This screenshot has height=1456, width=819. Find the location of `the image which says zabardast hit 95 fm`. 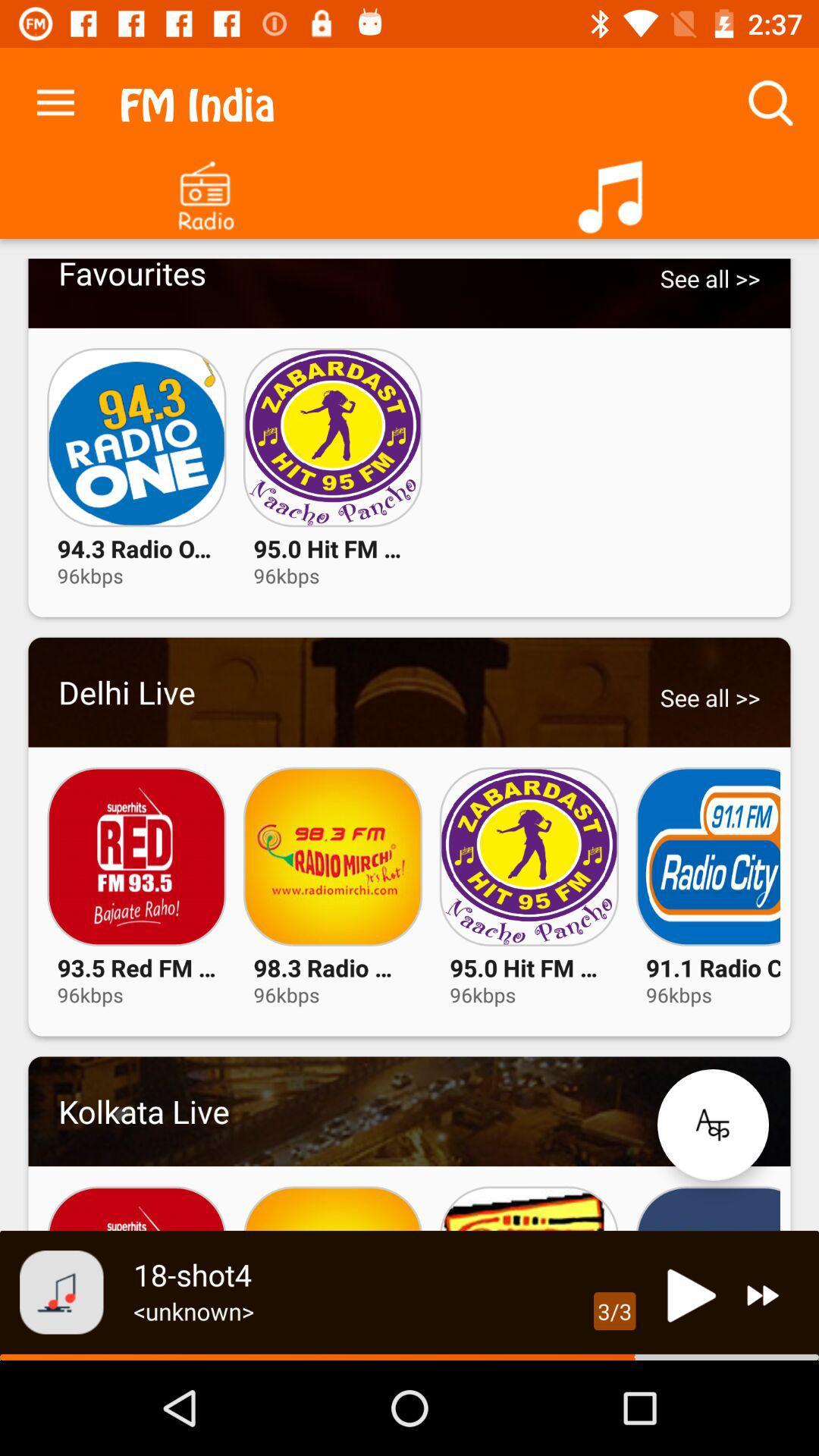

the image which says zabardast hit 95 fm is located at coordinates (529, 856).